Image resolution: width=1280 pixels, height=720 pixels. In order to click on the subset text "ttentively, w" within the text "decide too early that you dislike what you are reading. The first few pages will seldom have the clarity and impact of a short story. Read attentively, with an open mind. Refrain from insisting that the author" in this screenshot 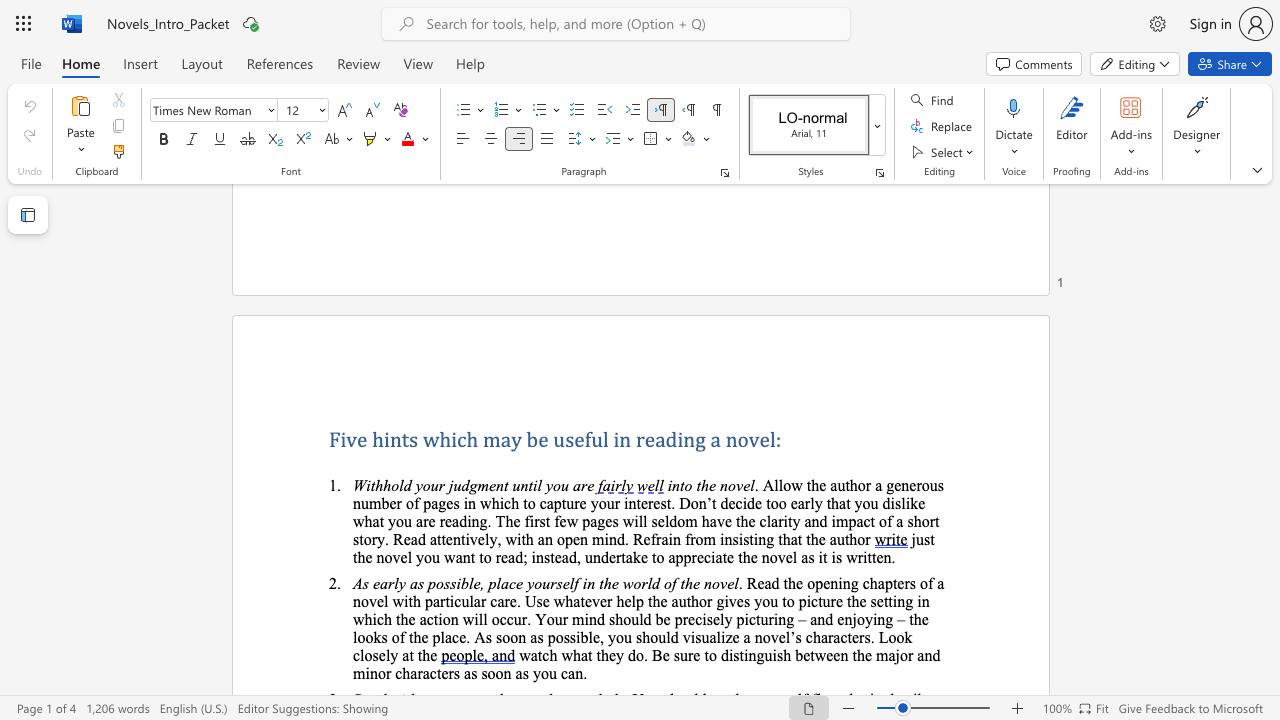, I will do `click(435, 538)`.